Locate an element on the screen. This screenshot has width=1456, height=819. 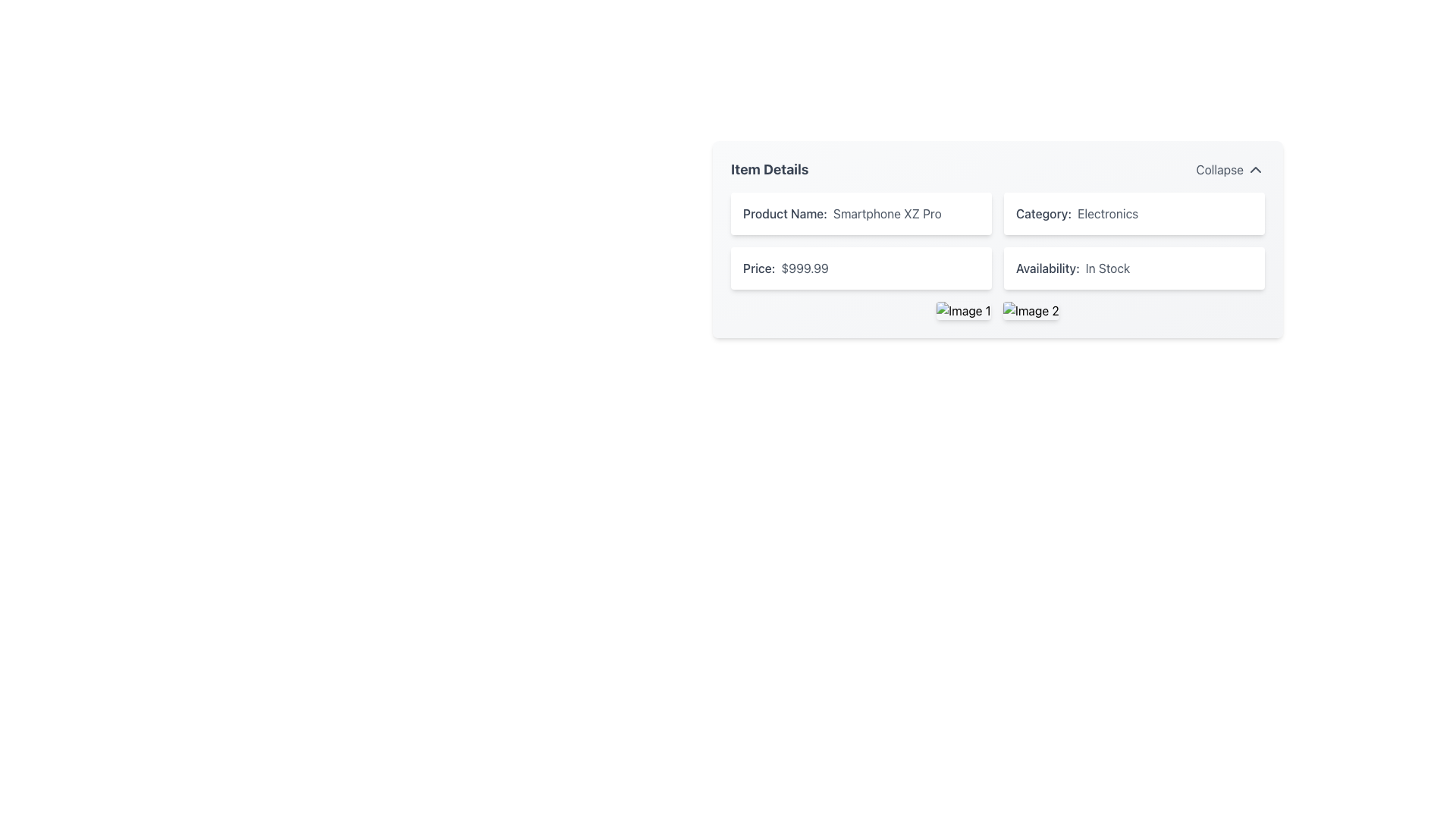
the static text displaying the price of the item, located inside the 'Item Details' card, adjacent to 'Price:' in the second row of the details section is located at coordinates (804, 268).